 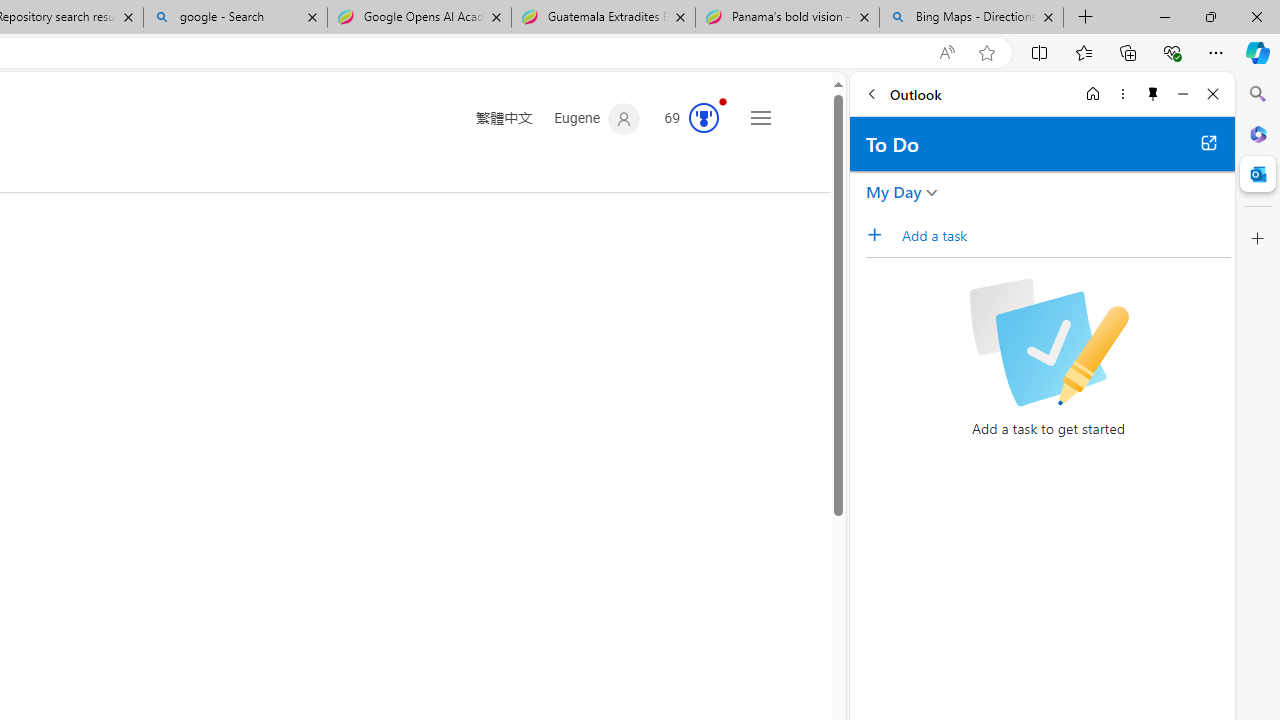 I want to click on 'Microsoft Rewards 66', so click(x=685, y=119).